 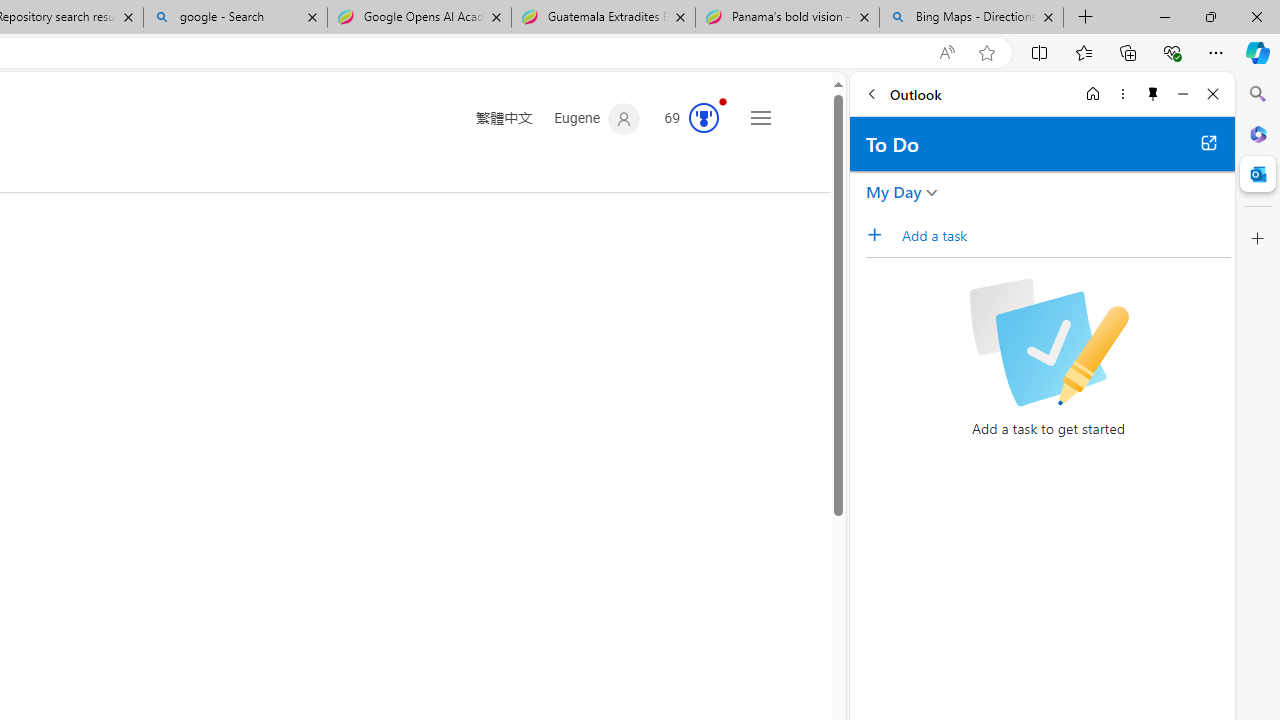 I want to click on 'Microsoft Rewards 66', so click(x=685, y=119).